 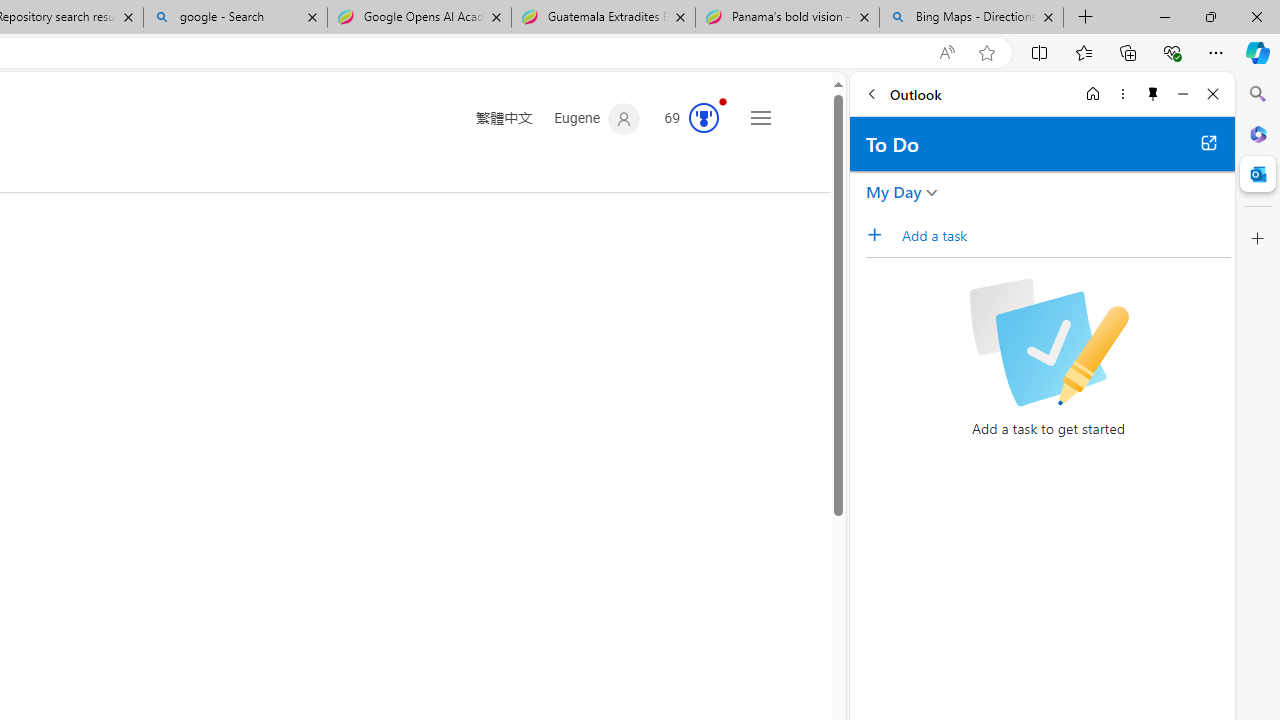 I want to click on 'Microsoft Rewards 66', so click(x=685, y=119).